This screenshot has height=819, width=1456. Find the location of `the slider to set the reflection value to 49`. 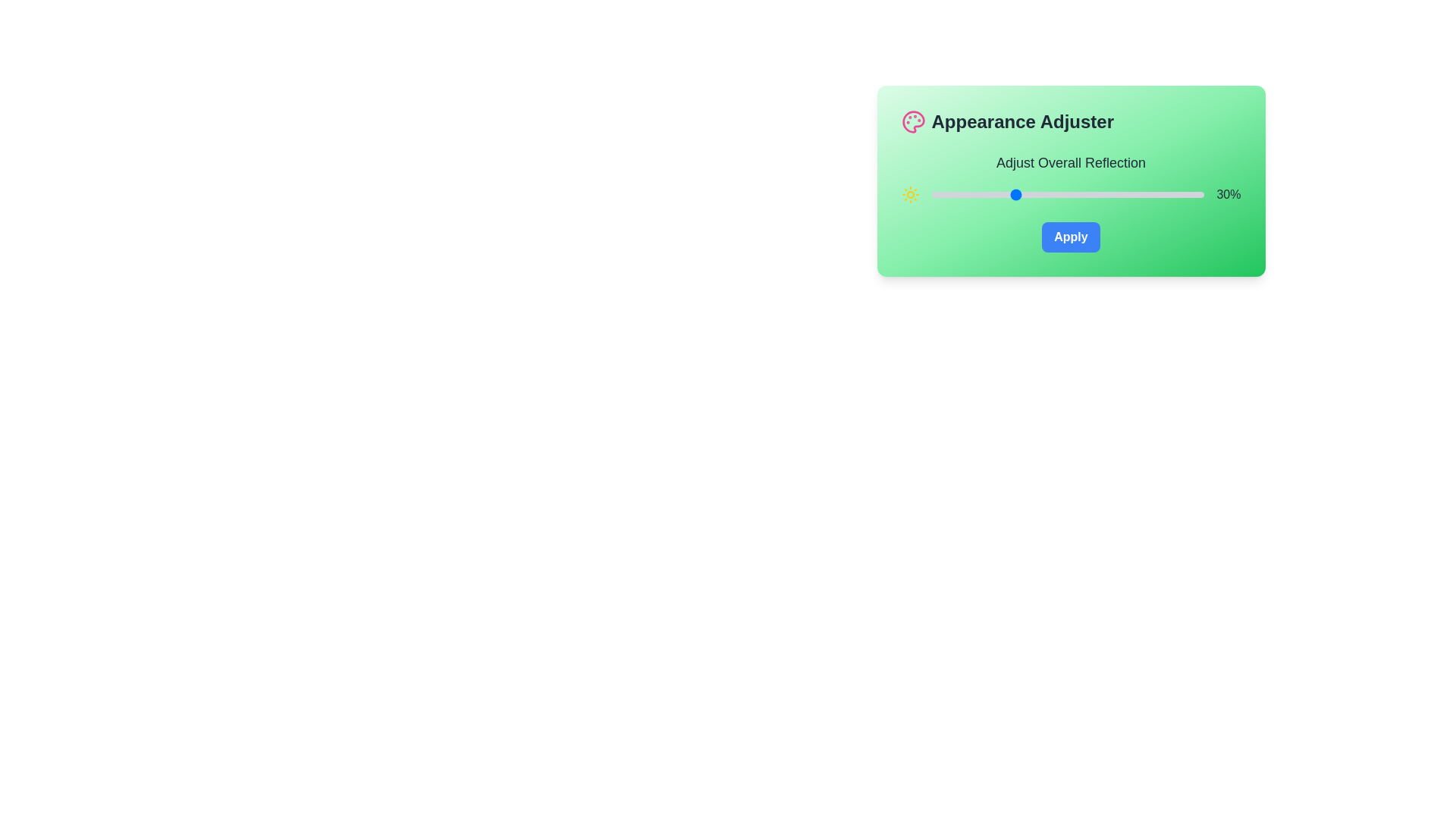

the slider to set the reflection value to 49 is located at coordinates (1064, 194).